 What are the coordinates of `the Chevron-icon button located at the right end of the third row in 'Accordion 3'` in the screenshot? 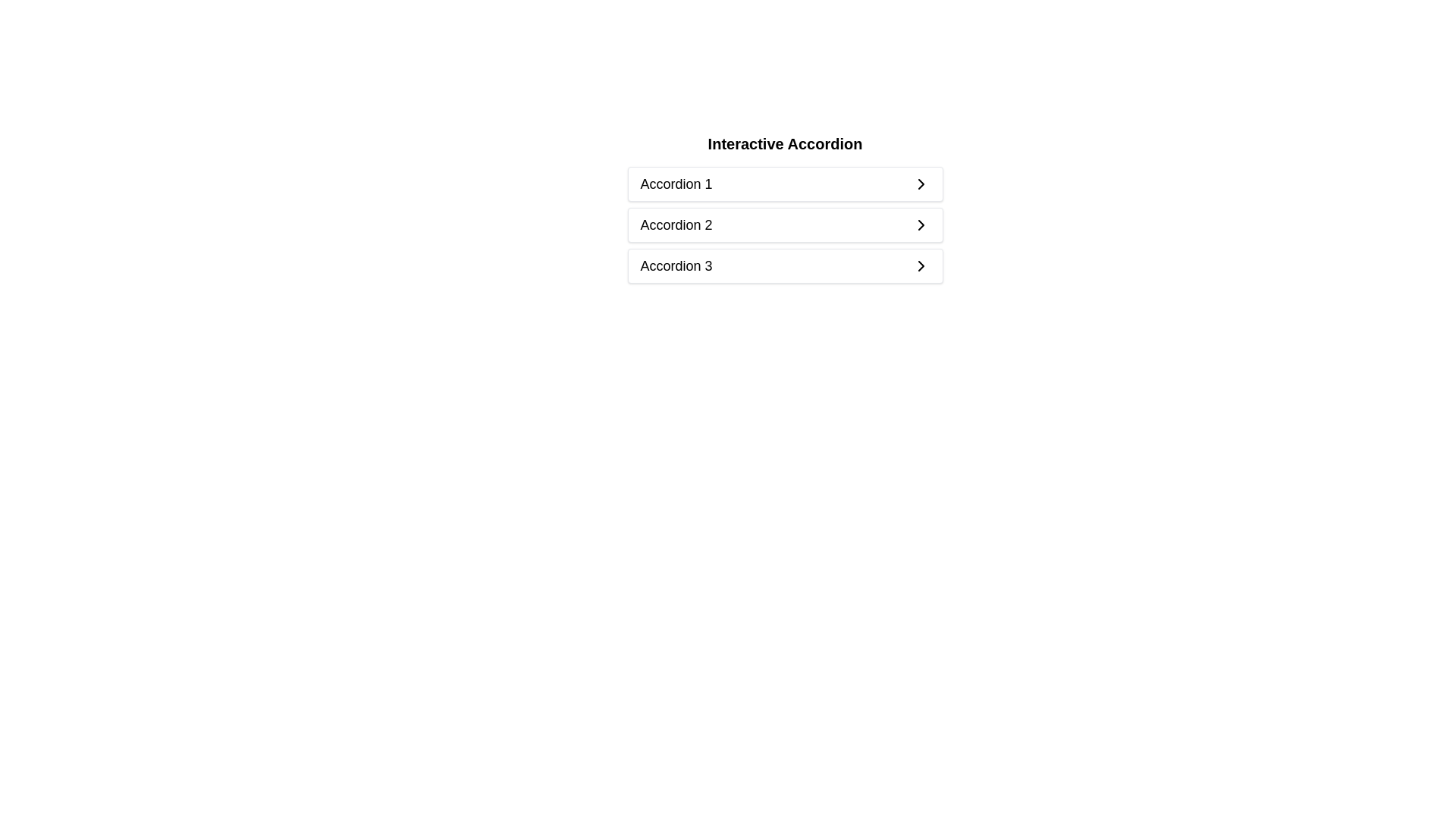 It's located at (920, 265).